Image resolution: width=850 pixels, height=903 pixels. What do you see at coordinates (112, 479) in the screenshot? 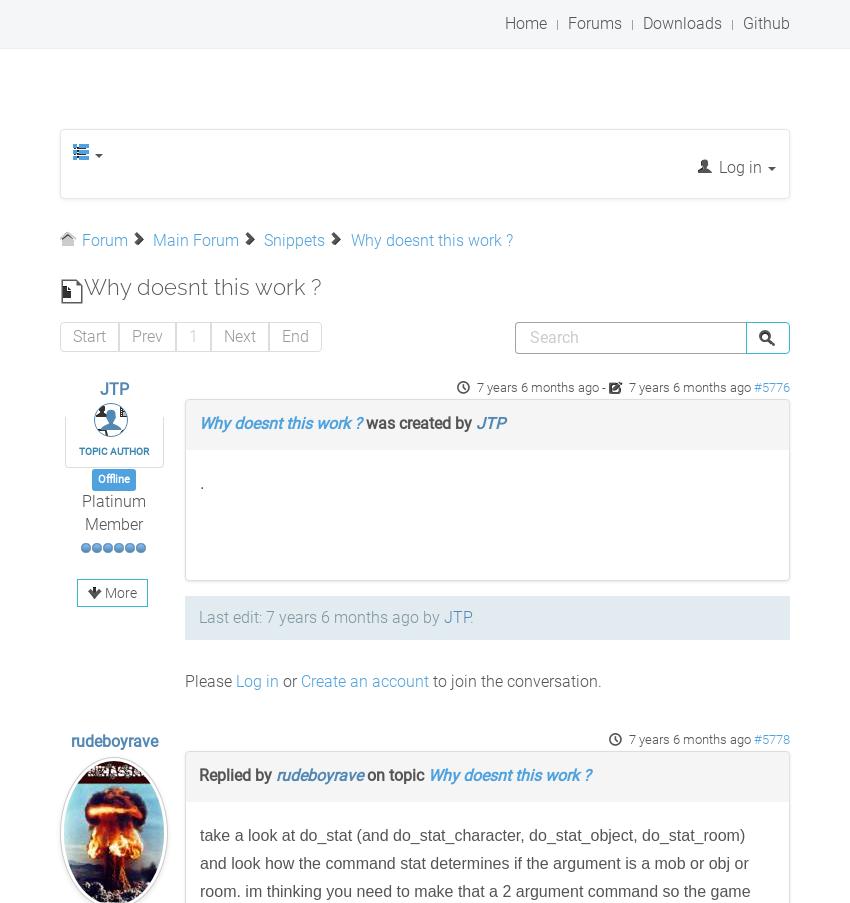
I see `'Offline'` at bounding box center [112, 479].